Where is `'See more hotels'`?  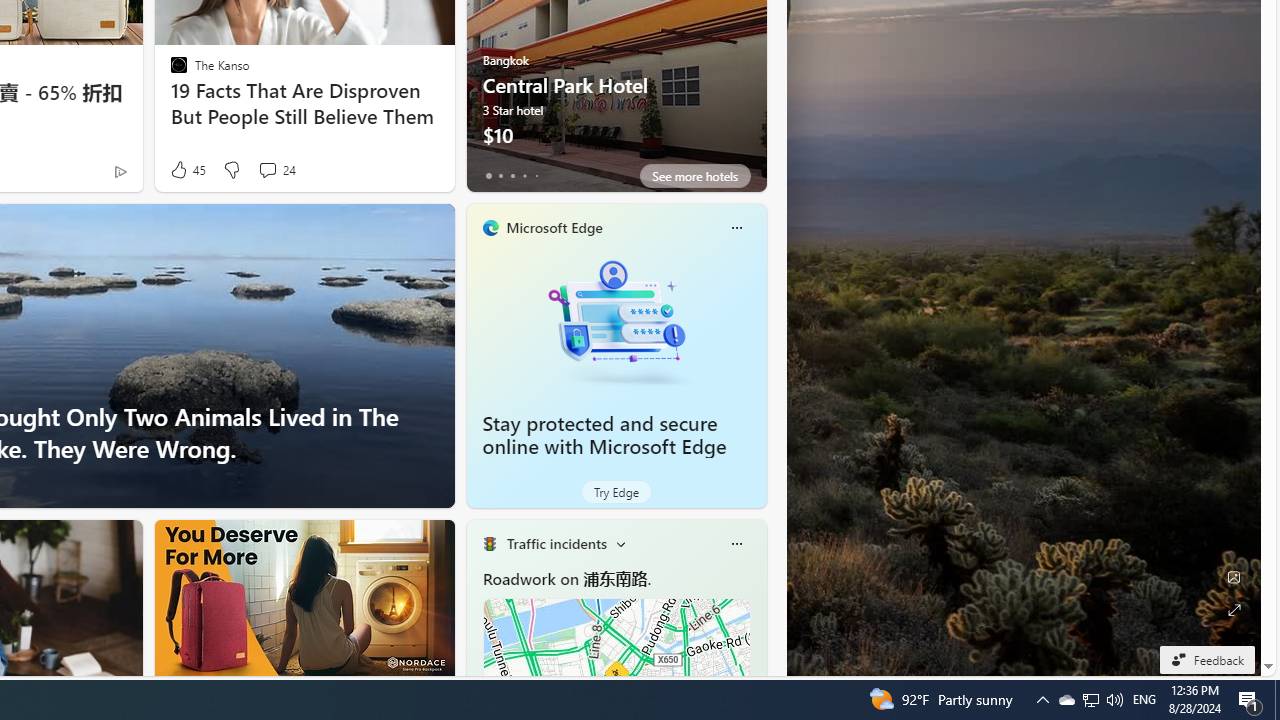 'See more hotels' is located at coordinates (695, 175).